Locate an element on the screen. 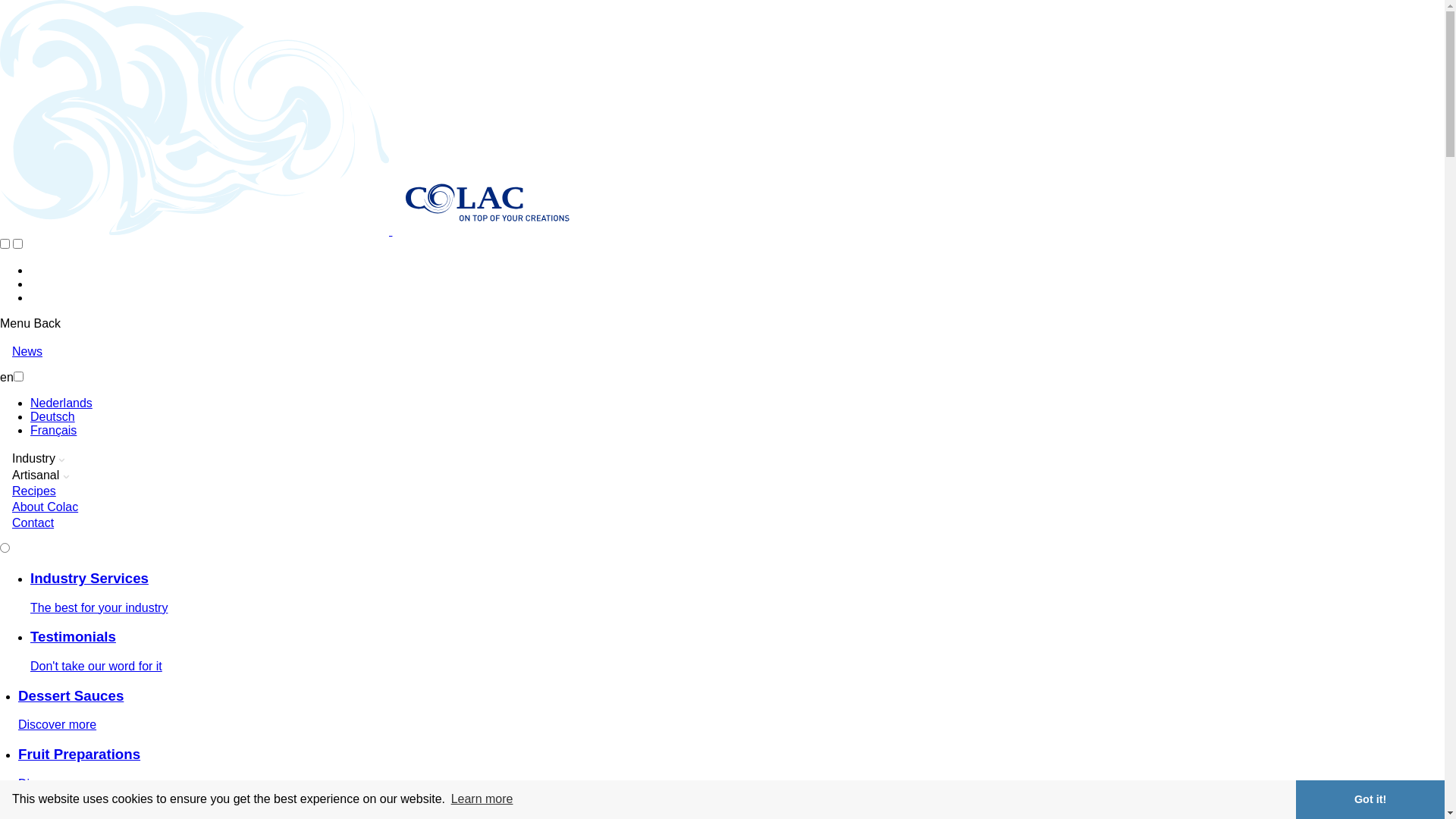  'Fruit Preparations is located at coordinates (731, 768).